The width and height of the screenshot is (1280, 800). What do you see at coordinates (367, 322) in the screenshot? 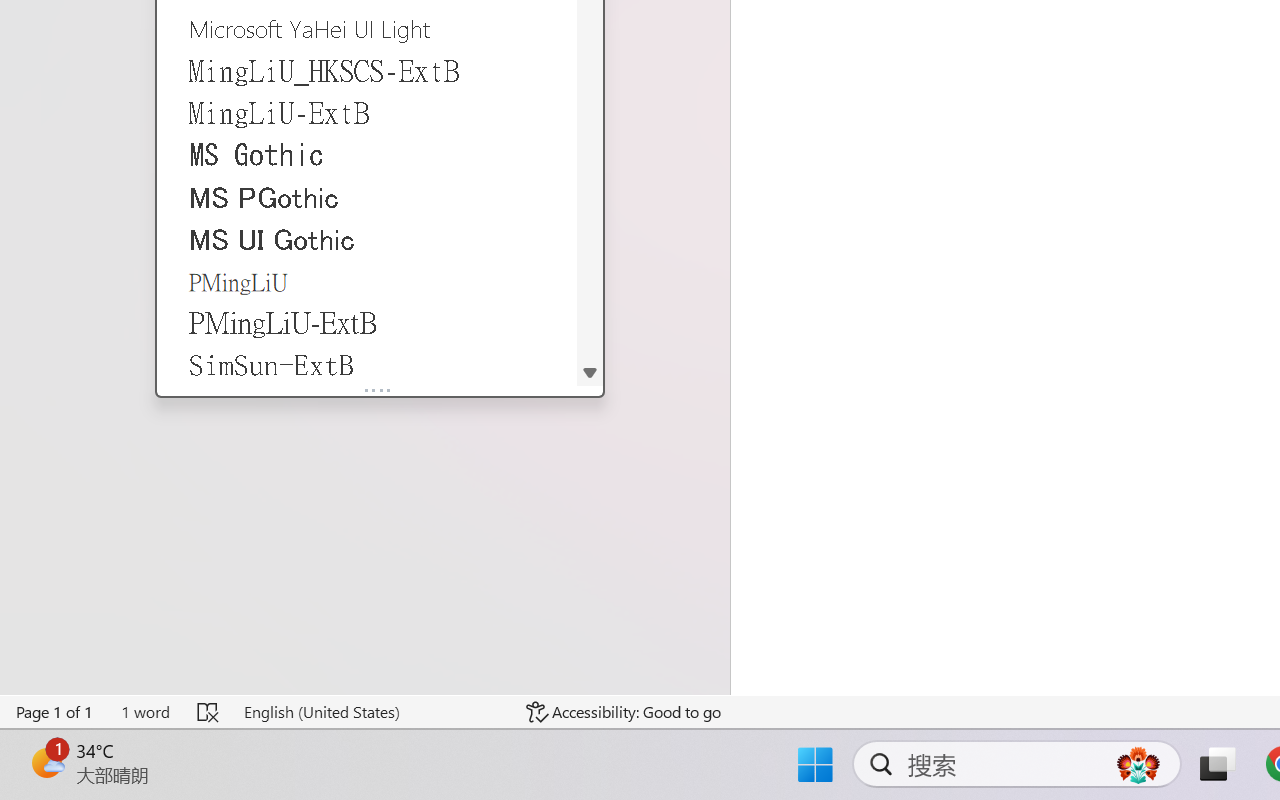
I see `'PMingLiU-ExtB'` at bounding box center [367, 322].